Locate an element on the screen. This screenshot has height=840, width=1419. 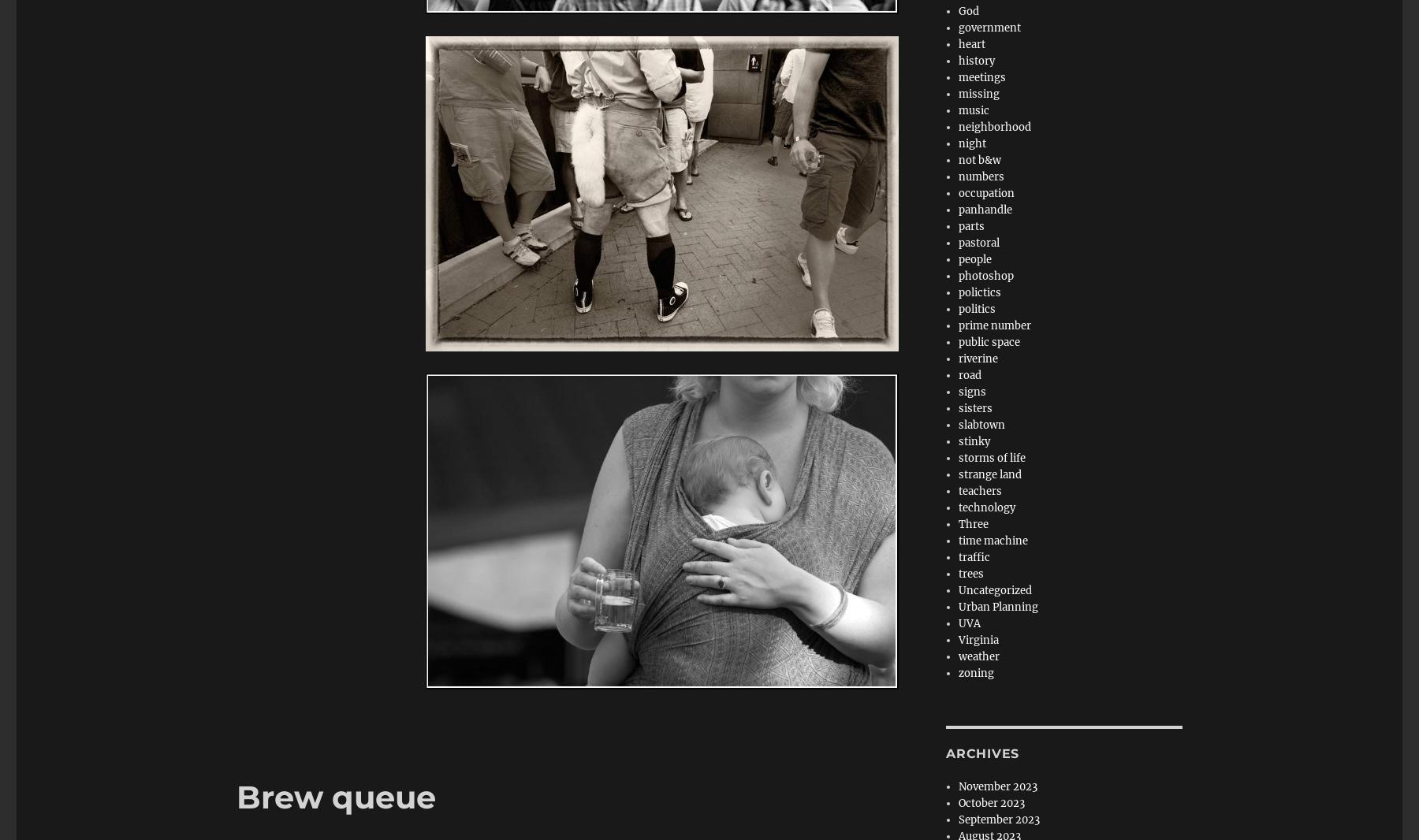
'occupation' is located at coordinates (958, 192).